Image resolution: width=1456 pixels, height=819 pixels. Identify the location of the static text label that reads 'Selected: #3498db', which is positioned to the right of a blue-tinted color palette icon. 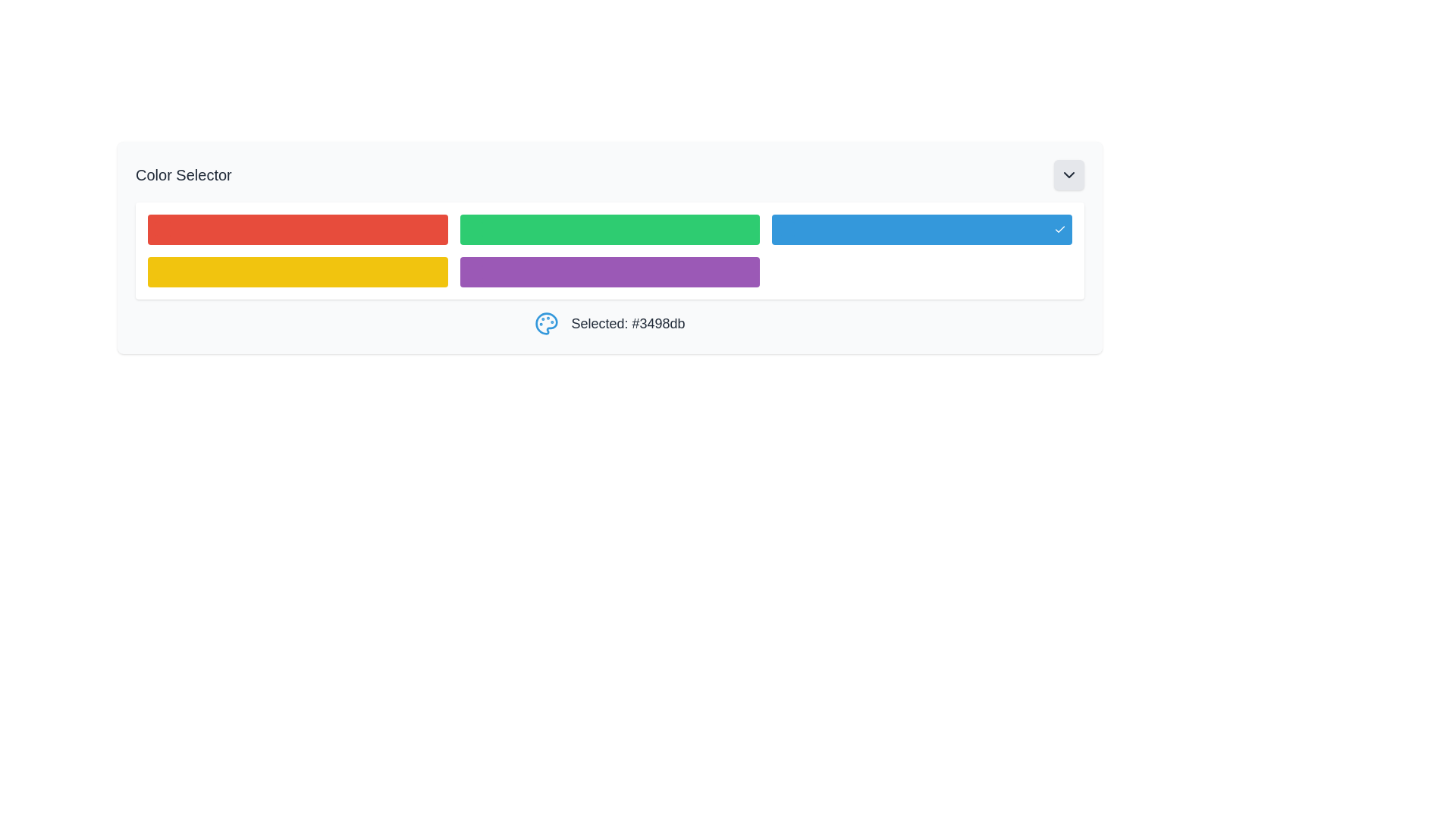
(628, 323).